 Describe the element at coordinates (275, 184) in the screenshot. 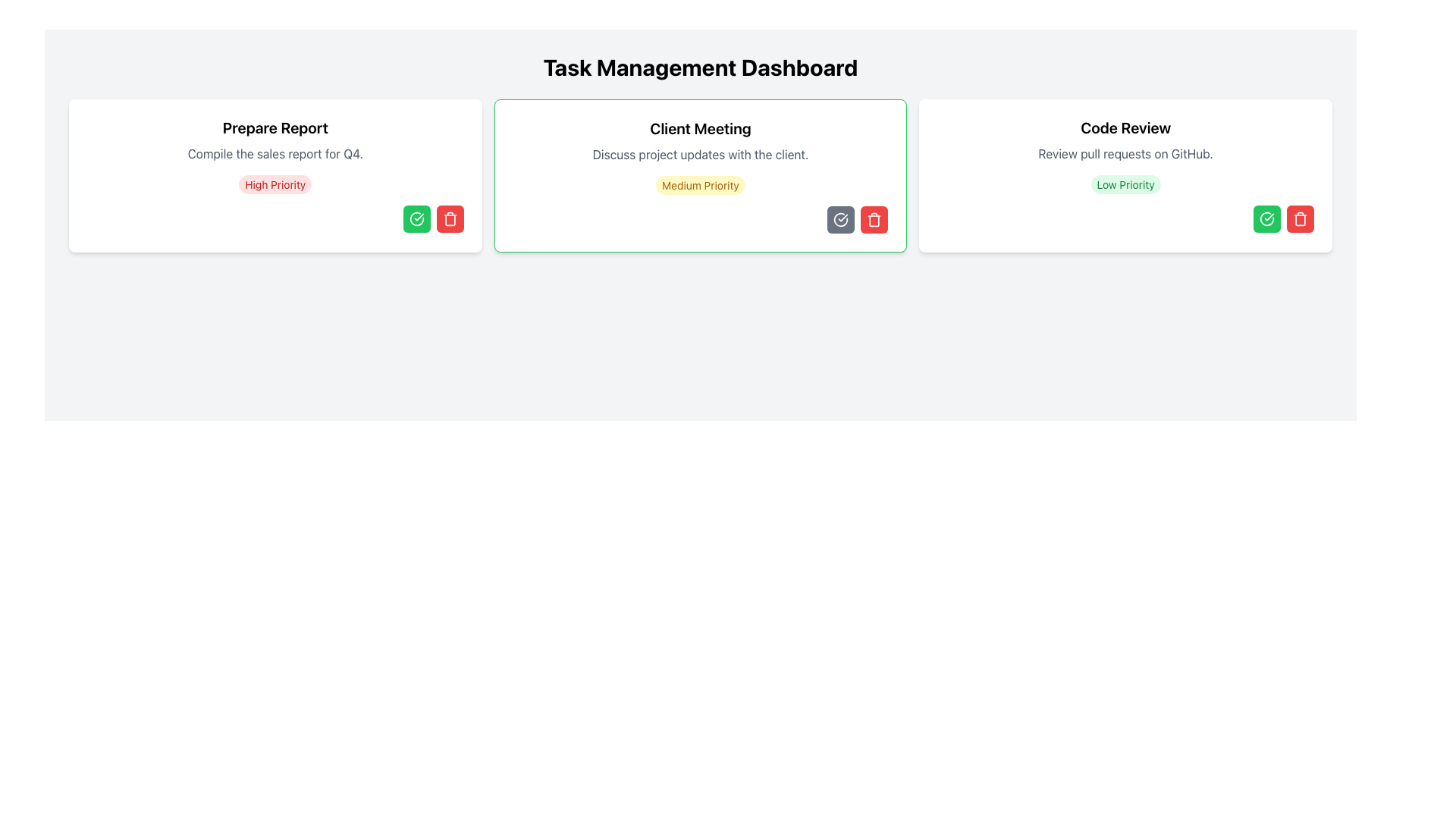

I see `the text label indicating the priority level of the task 'Prepare Report', which is located within the corresponding card on the dashboard` at that location.